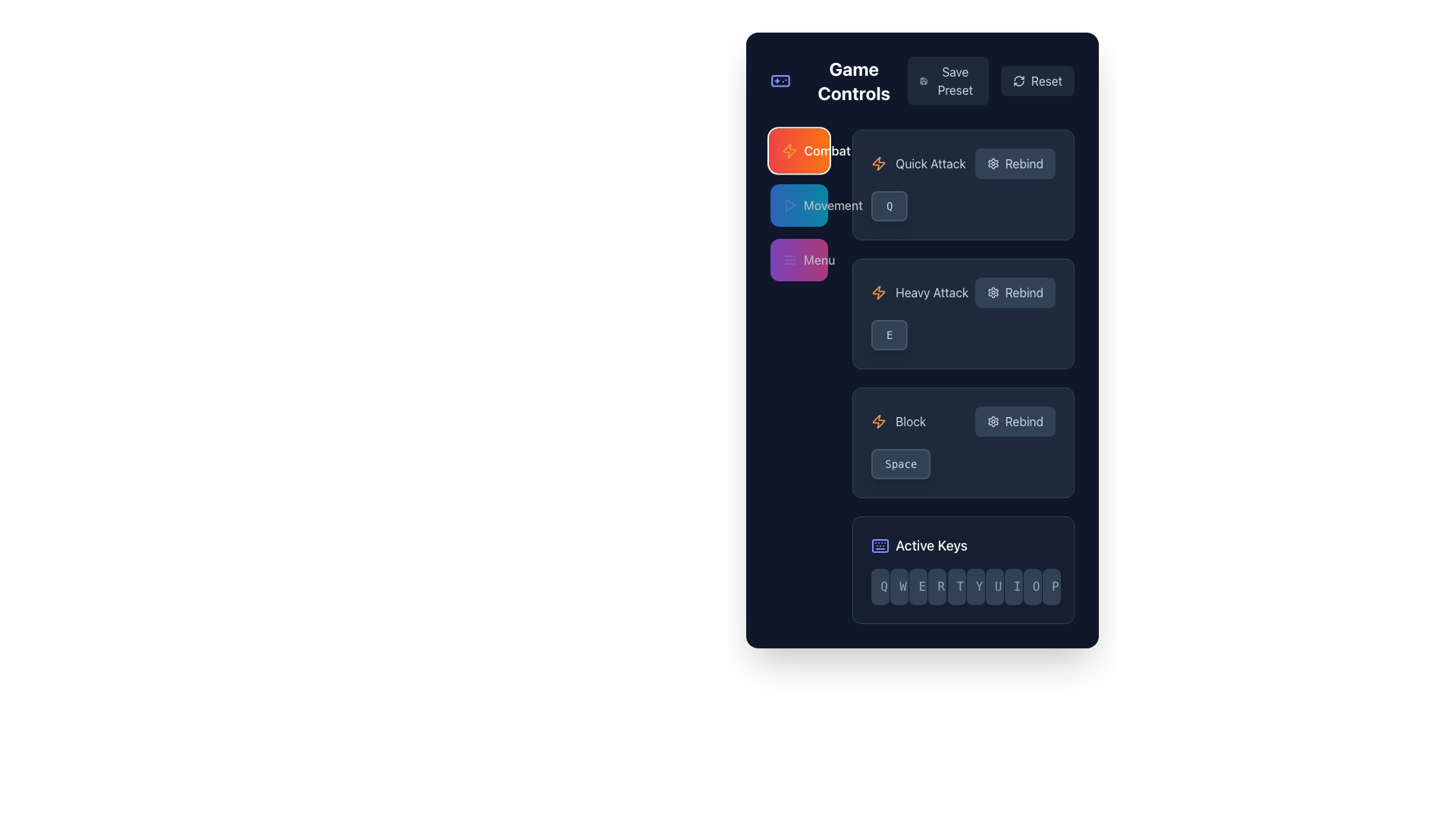  I want to click on the selectable button or label for the 'Movement' section located between the 'Combat' orange button and the 'Menu' purple button, so click(821, 205).